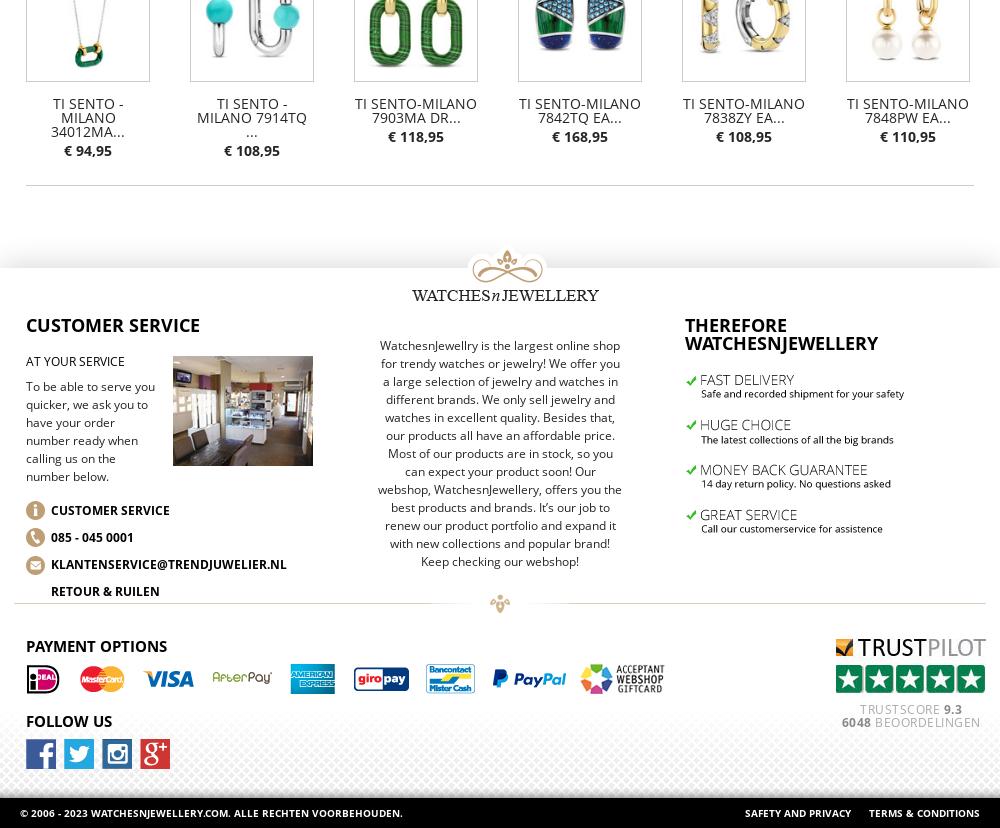  Describe the element at coordinates (87, 116) in the screenshot. I see `'Ti Sento - Milano 34012MA...'` at that location.